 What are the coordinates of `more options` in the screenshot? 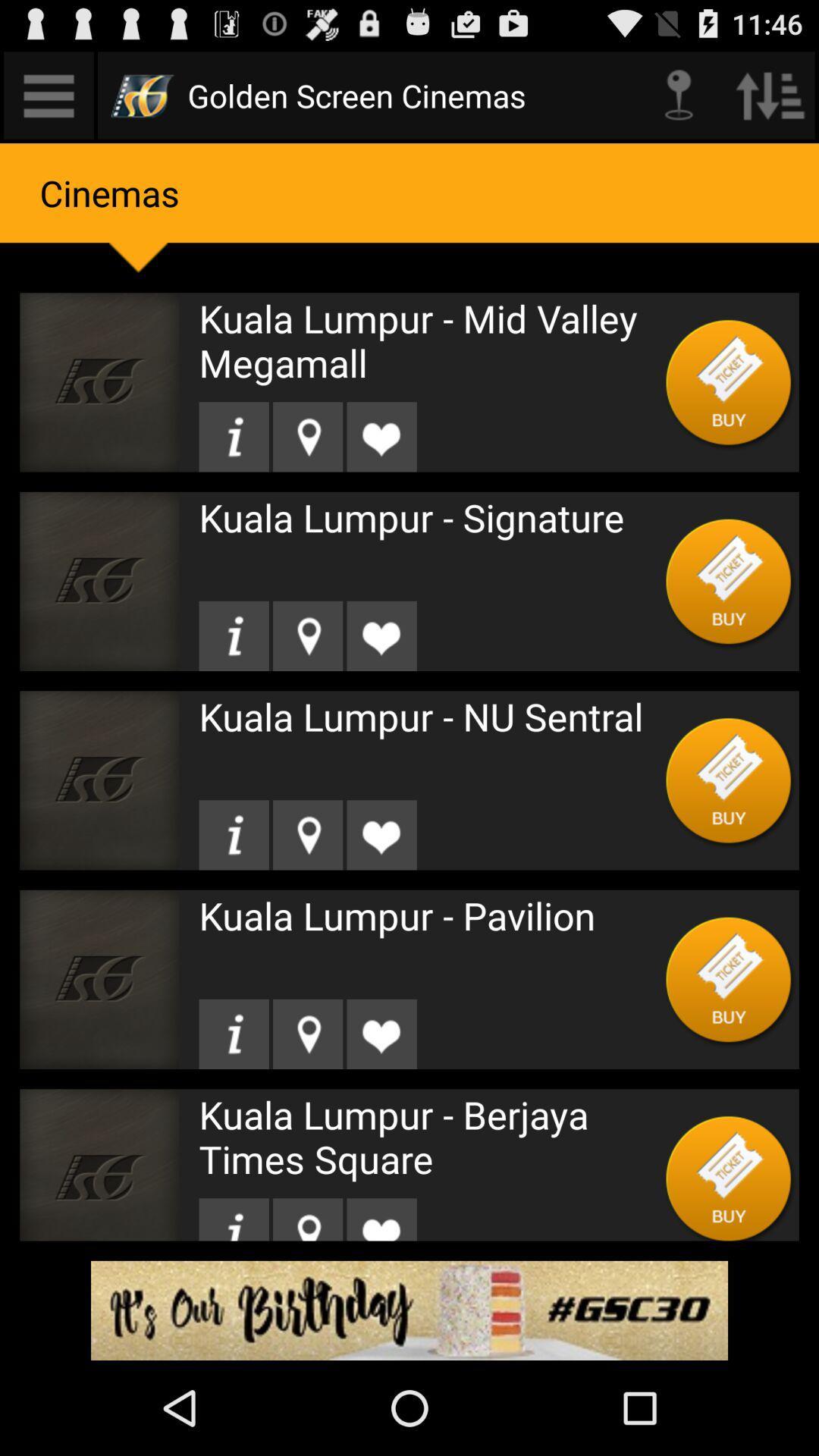 It's located at (48, 94).